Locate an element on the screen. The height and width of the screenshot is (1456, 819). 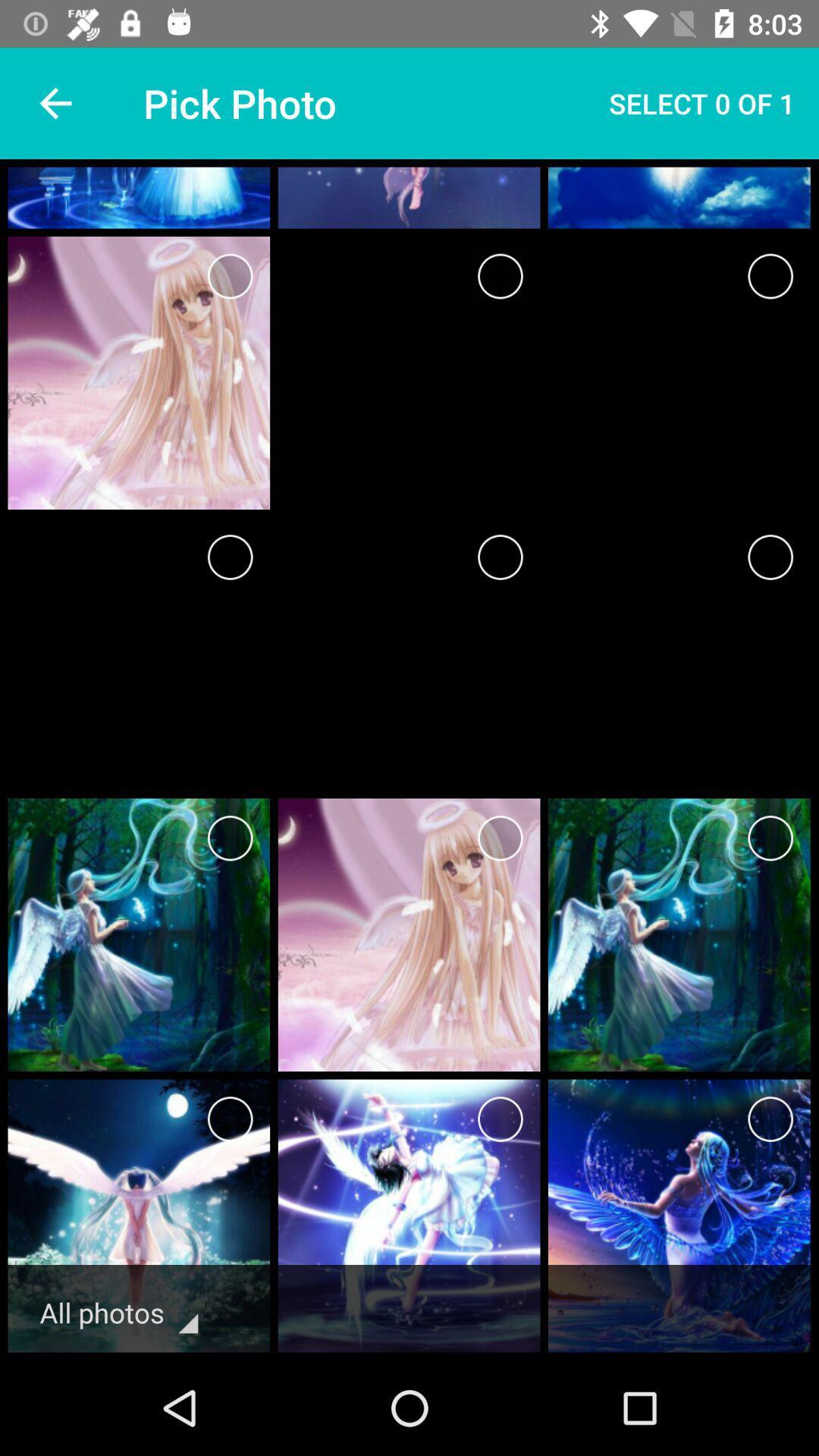
pick image option is located at coordinates (770, 276).